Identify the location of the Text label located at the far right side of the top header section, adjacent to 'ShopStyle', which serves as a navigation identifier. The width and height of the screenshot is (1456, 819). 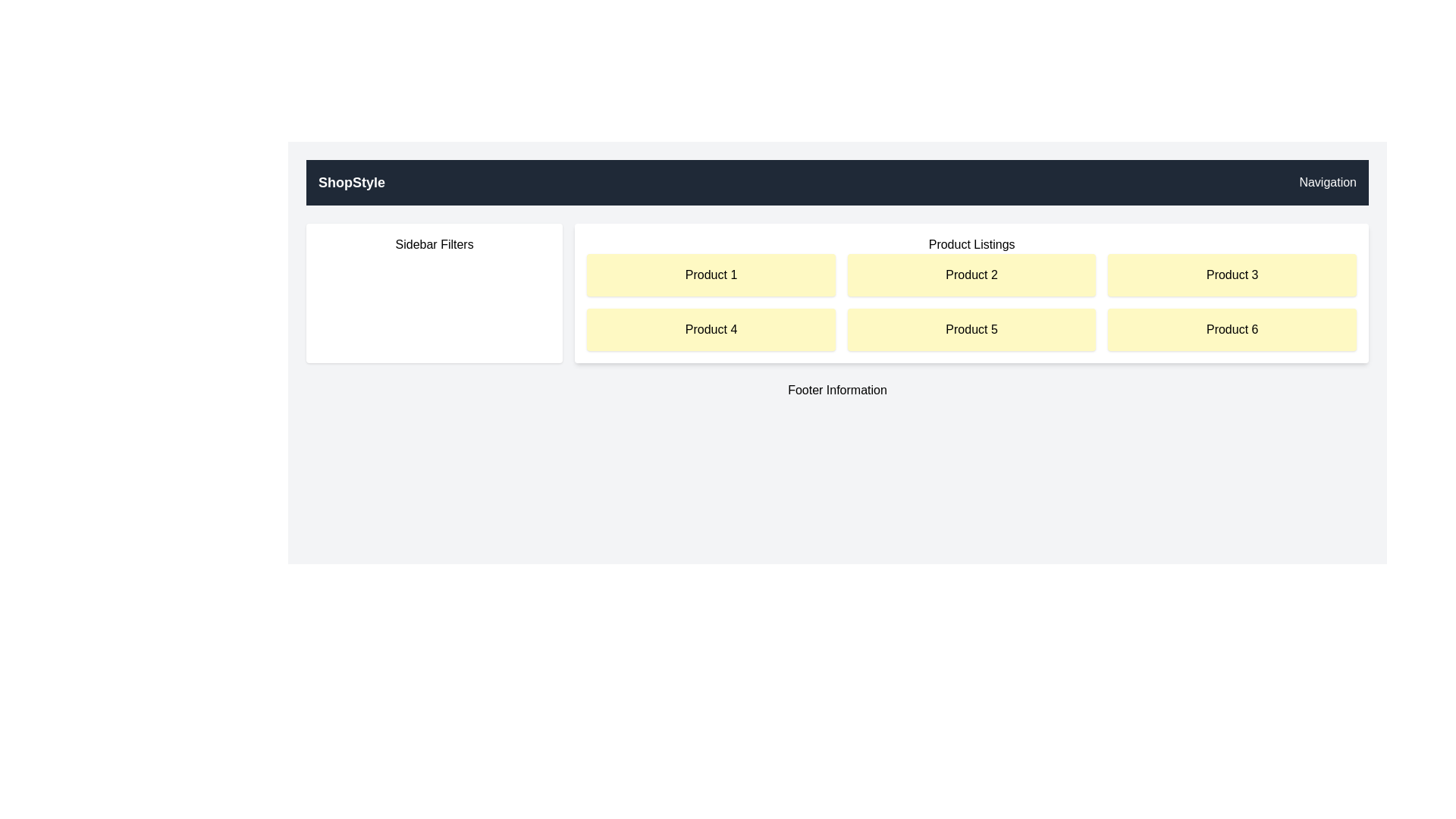
(1327, 181).